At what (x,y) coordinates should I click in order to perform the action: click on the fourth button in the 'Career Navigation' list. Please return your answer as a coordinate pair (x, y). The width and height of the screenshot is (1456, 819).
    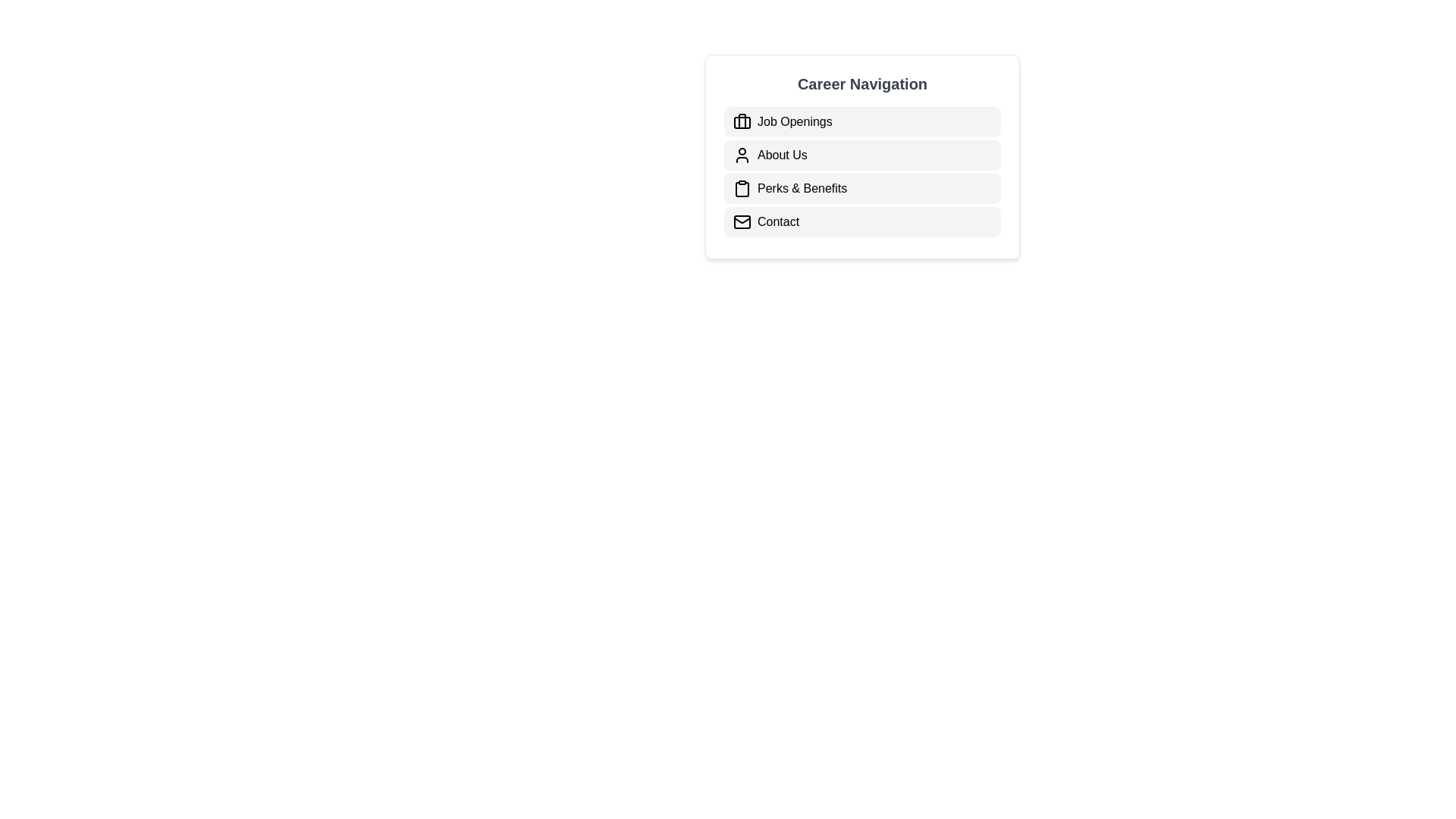
    Looking at the image, I should click on (862, 222).